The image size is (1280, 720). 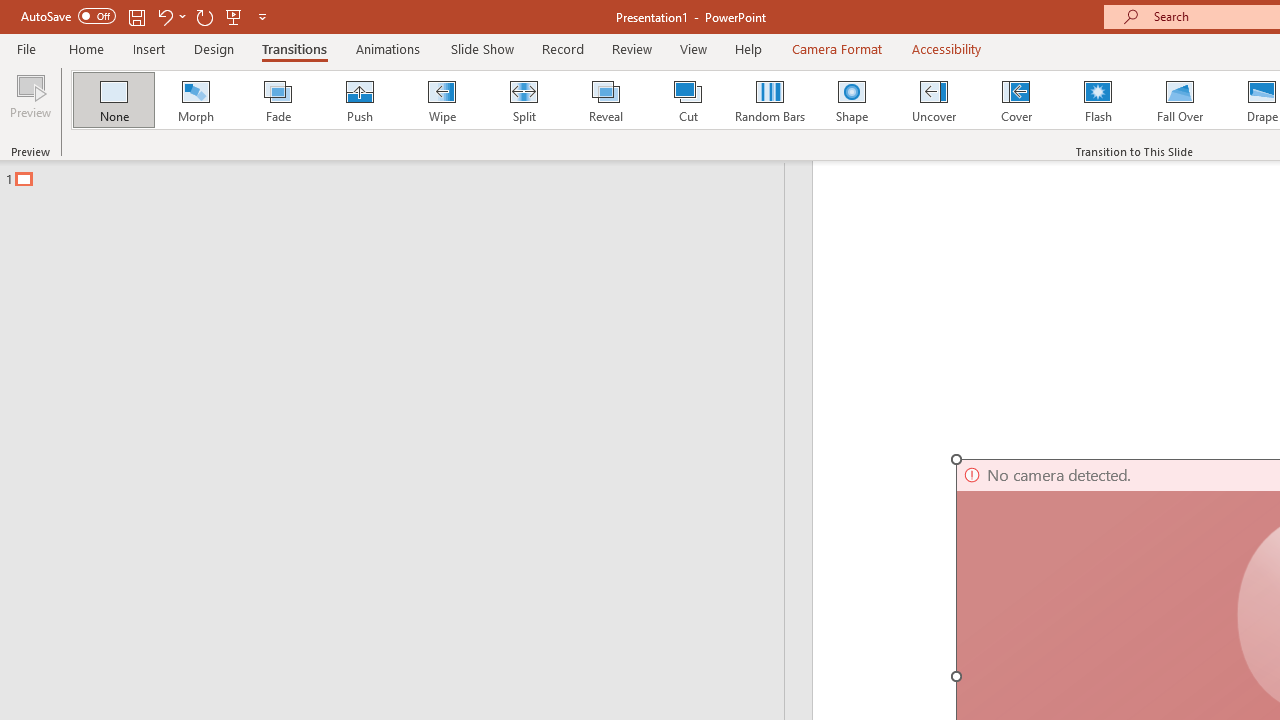 I want to click on 'Preview', so click(x=30, y=103).